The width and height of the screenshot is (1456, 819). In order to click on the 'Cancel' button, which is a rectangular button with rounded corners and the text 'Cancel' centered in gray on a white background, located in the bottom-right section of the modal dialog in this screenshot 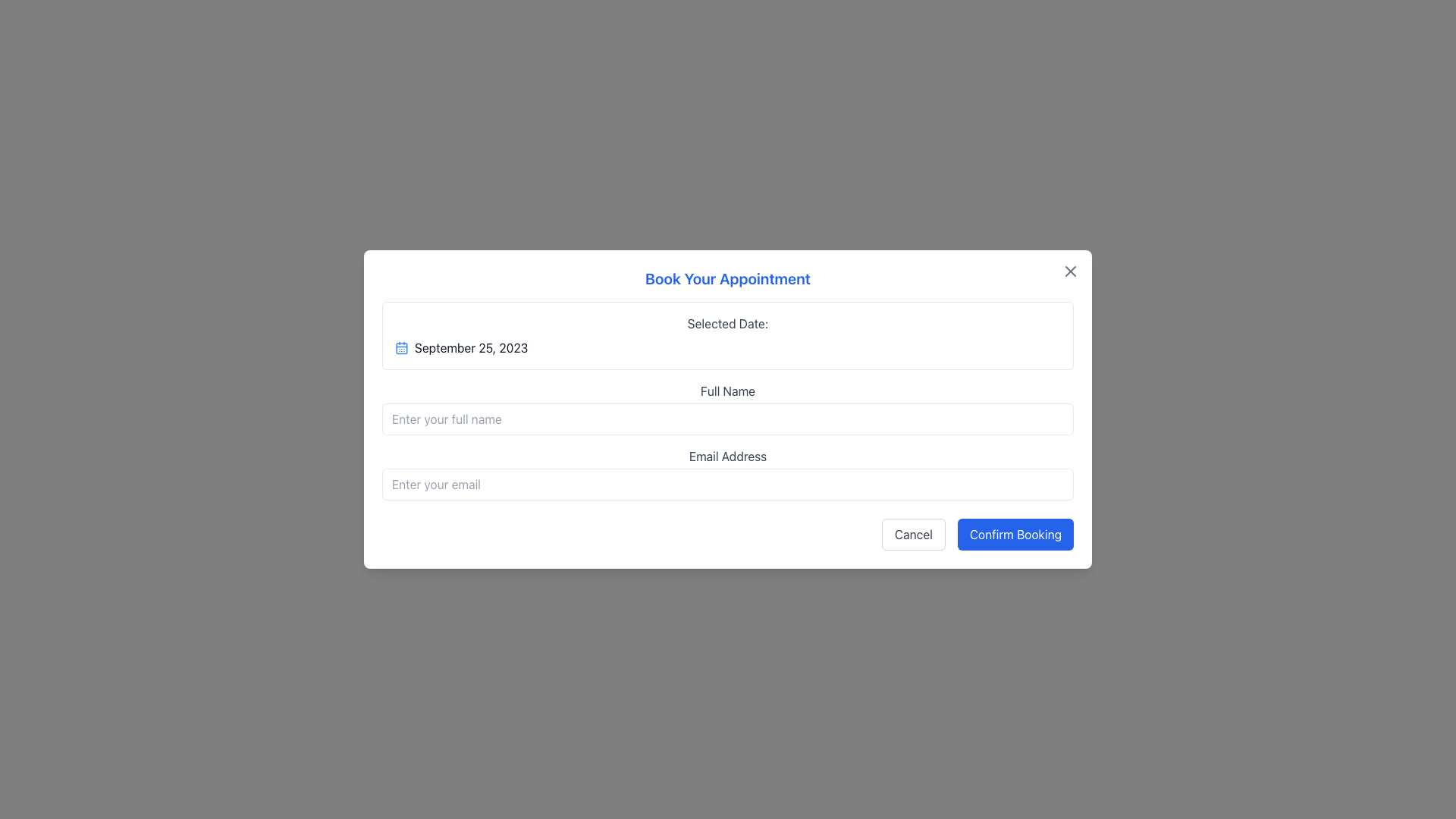, I will do `click(912, 534)`.